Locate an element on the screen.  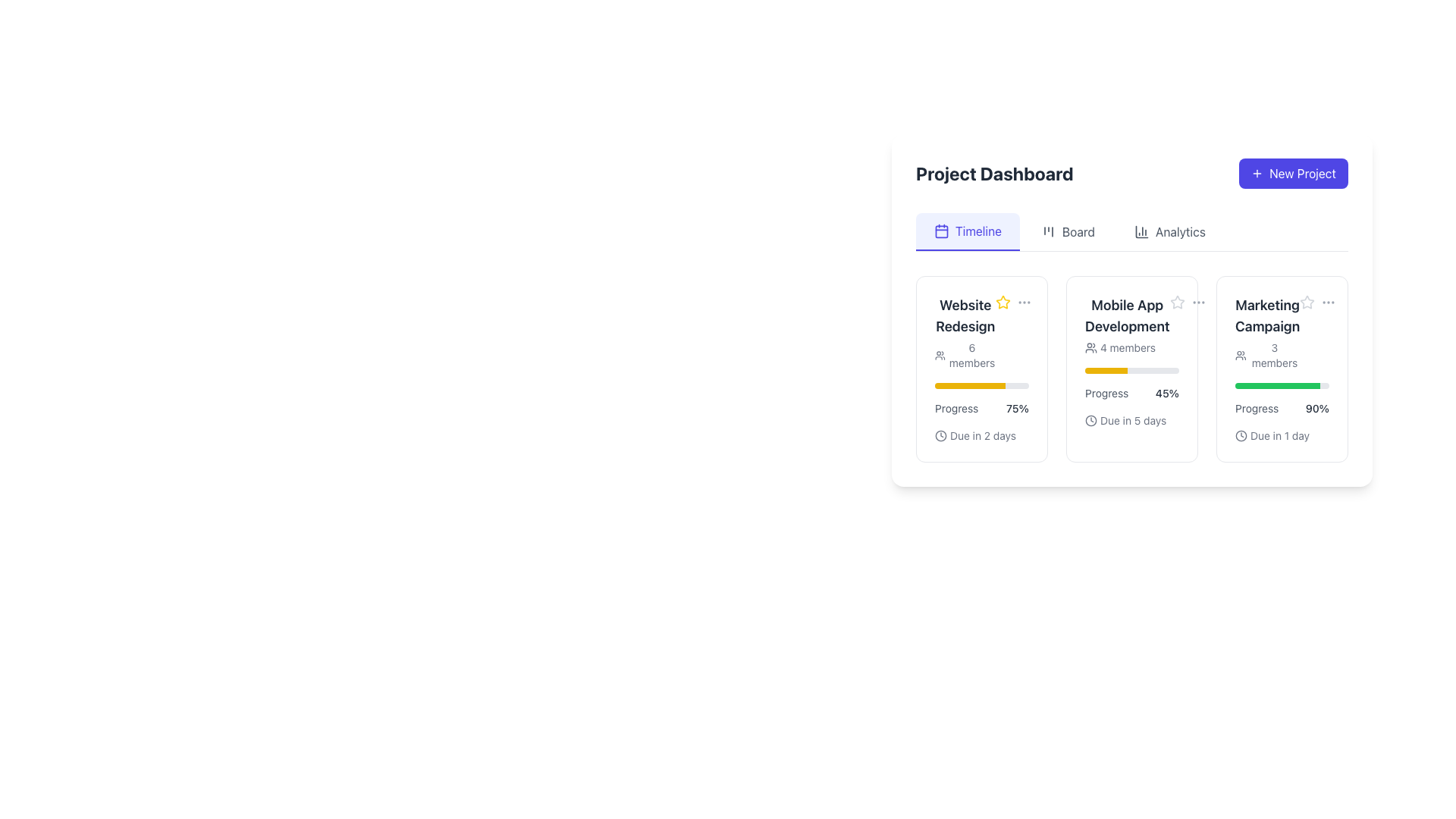
the 'Analytics' navigation tab, which is the third tab in a row and features a small chart icon is located at coordinates (1169, 231).